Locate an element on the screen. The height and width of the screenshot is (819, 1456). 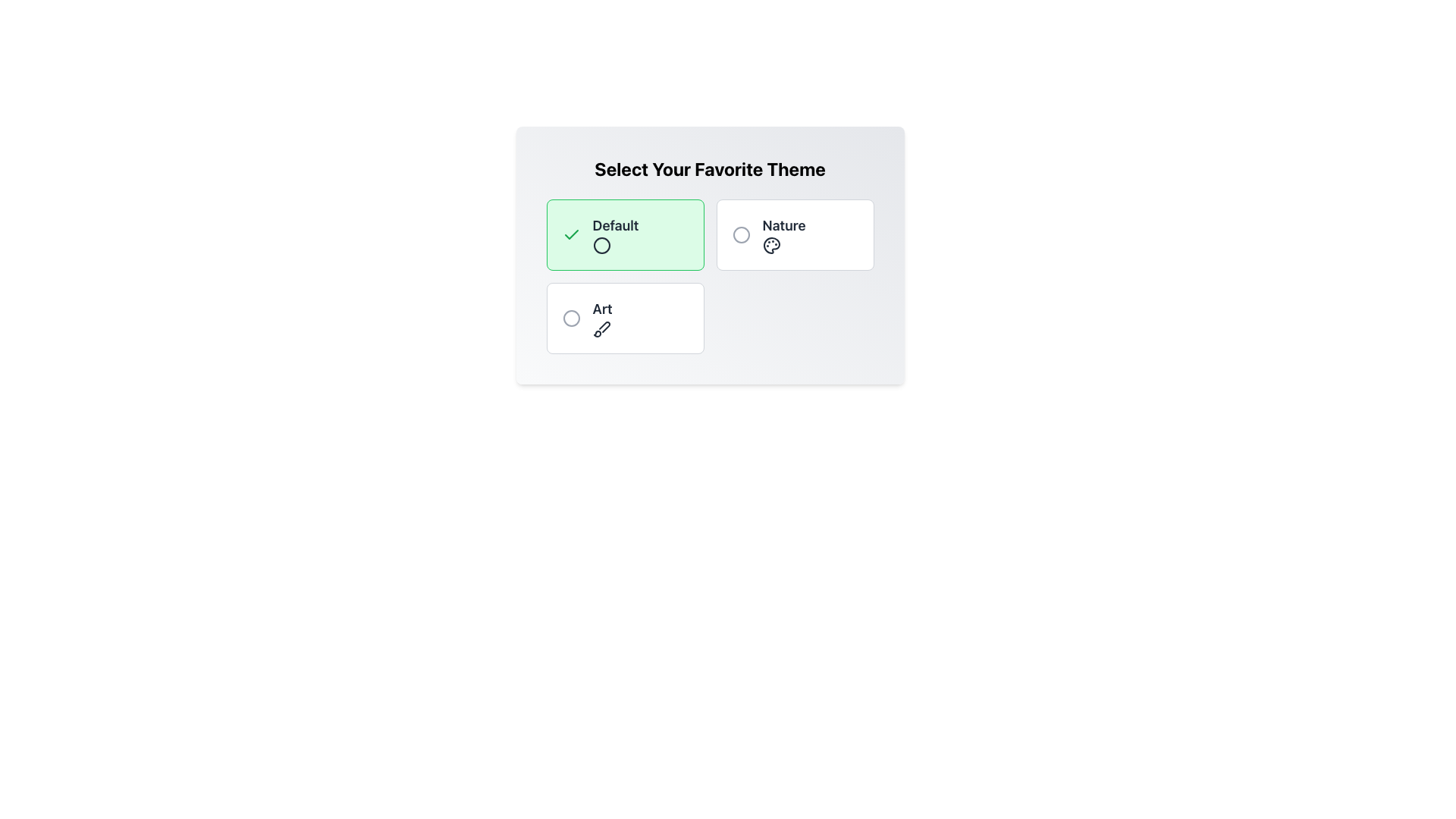
the text label 'Art', which is styled with medium-weight bold gray text and is located in the bottom-left corner of the selection area, above a brush icon is located at coordinates (601, 318).